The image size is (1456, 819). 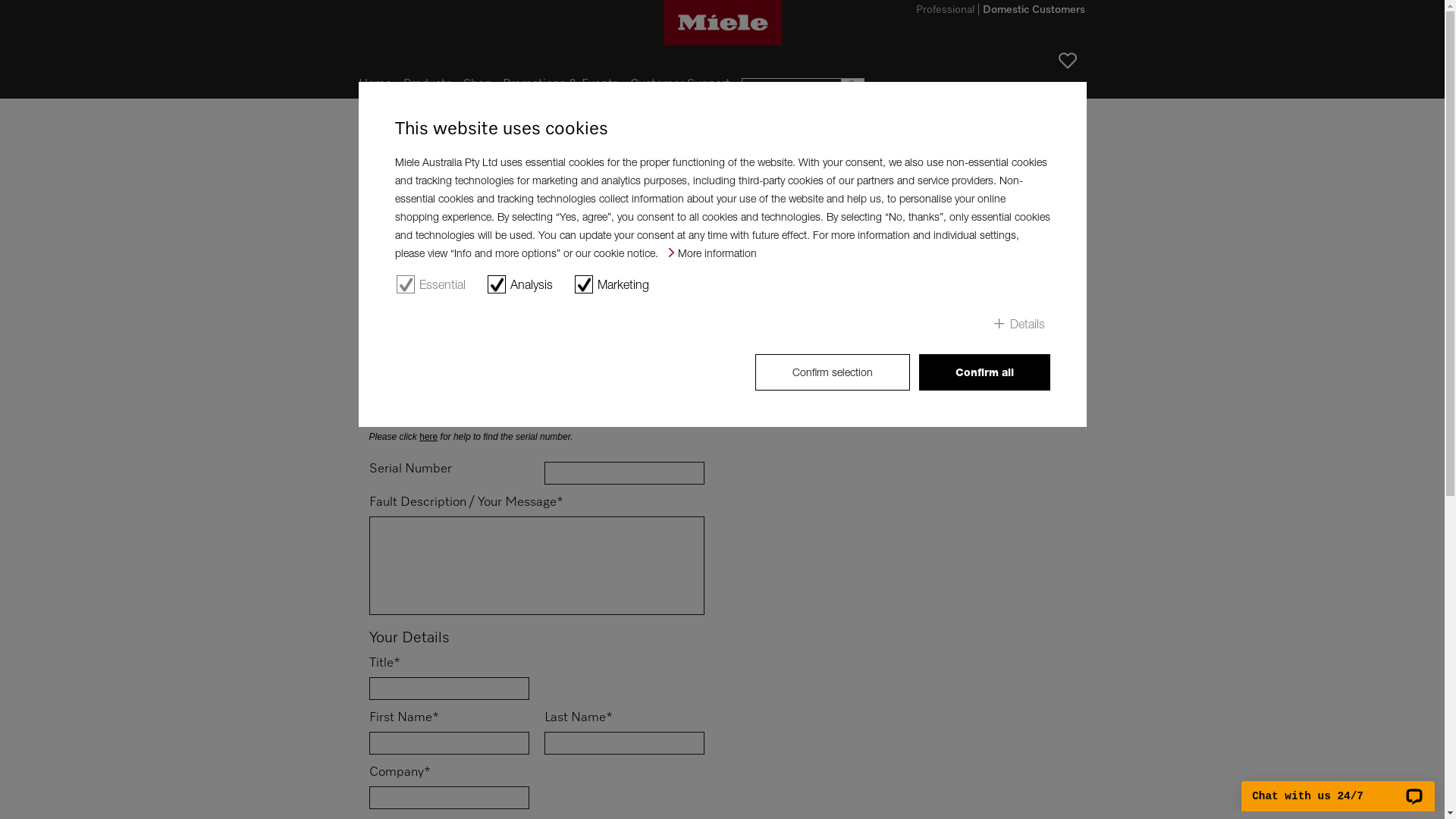 What do you see at coordinates (428, 436) in the screenshot?
I see `'here'` at bounding box center [428, 436].